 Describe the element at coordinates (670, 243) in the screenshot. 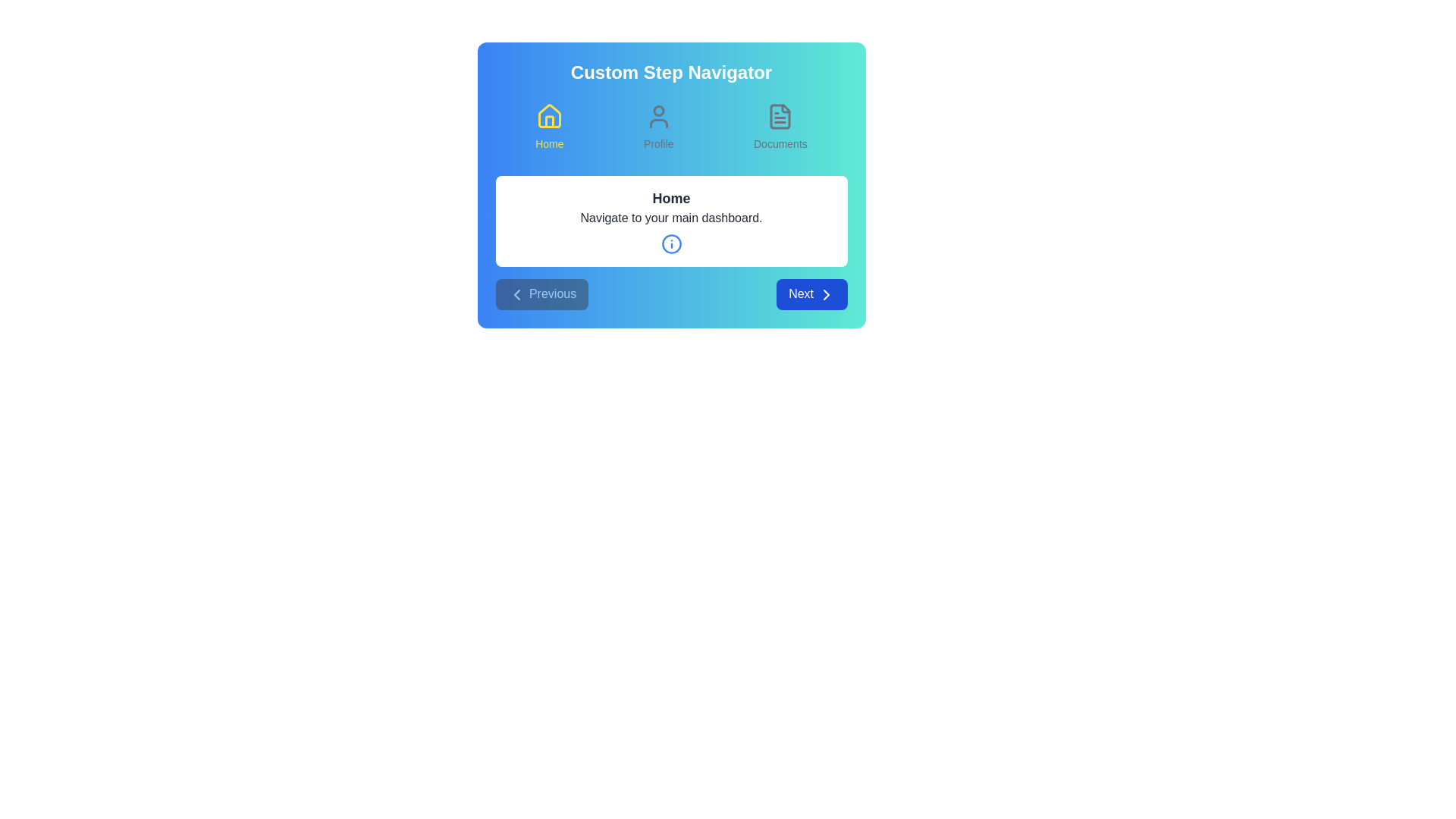

I see `the Info icon to access detailed information about the current step` at that location.